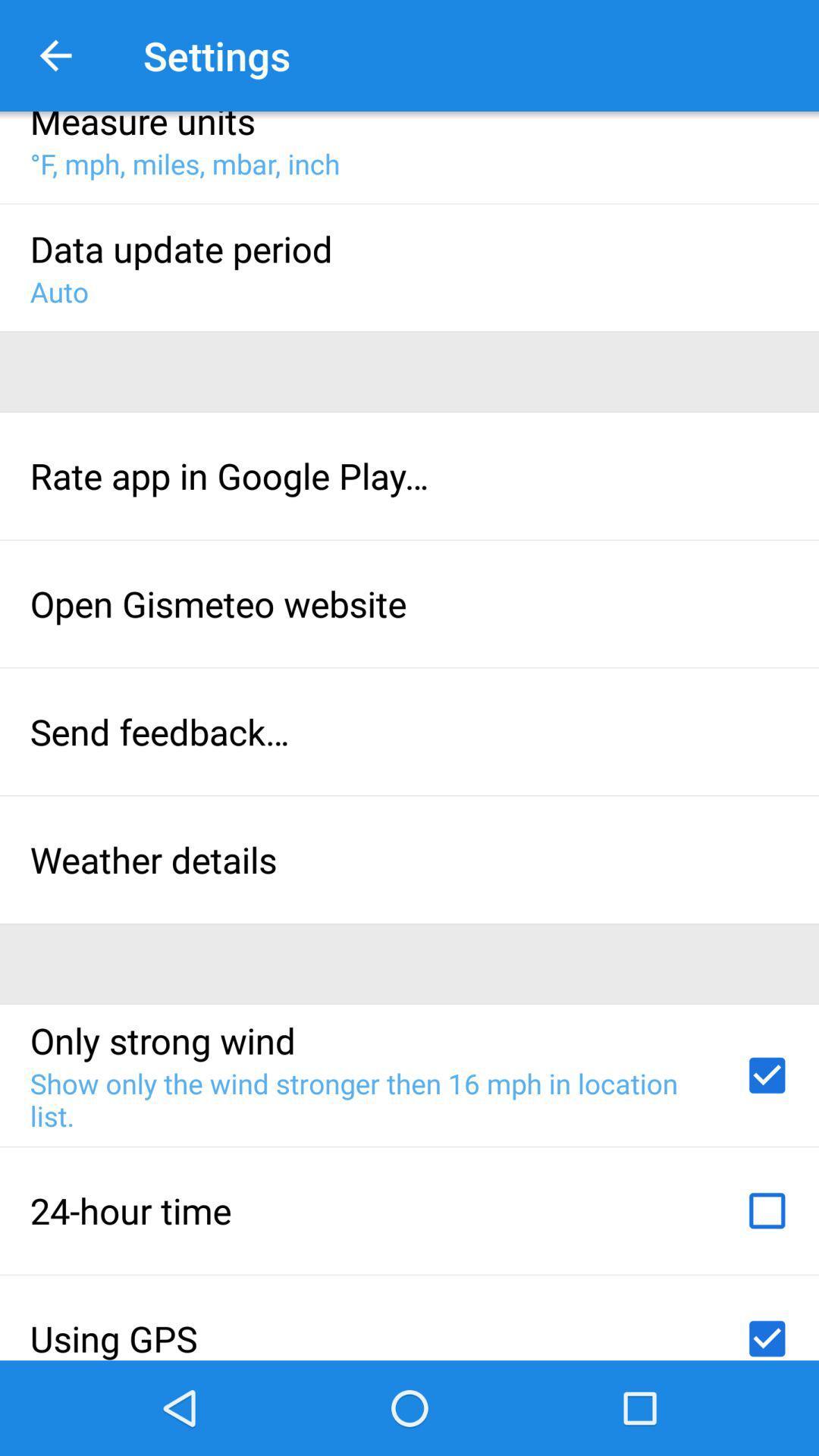  What do you see at coordinates (767, 1332) in the screenshot?
I see `the last check box` at bounding box center [767, 1332].